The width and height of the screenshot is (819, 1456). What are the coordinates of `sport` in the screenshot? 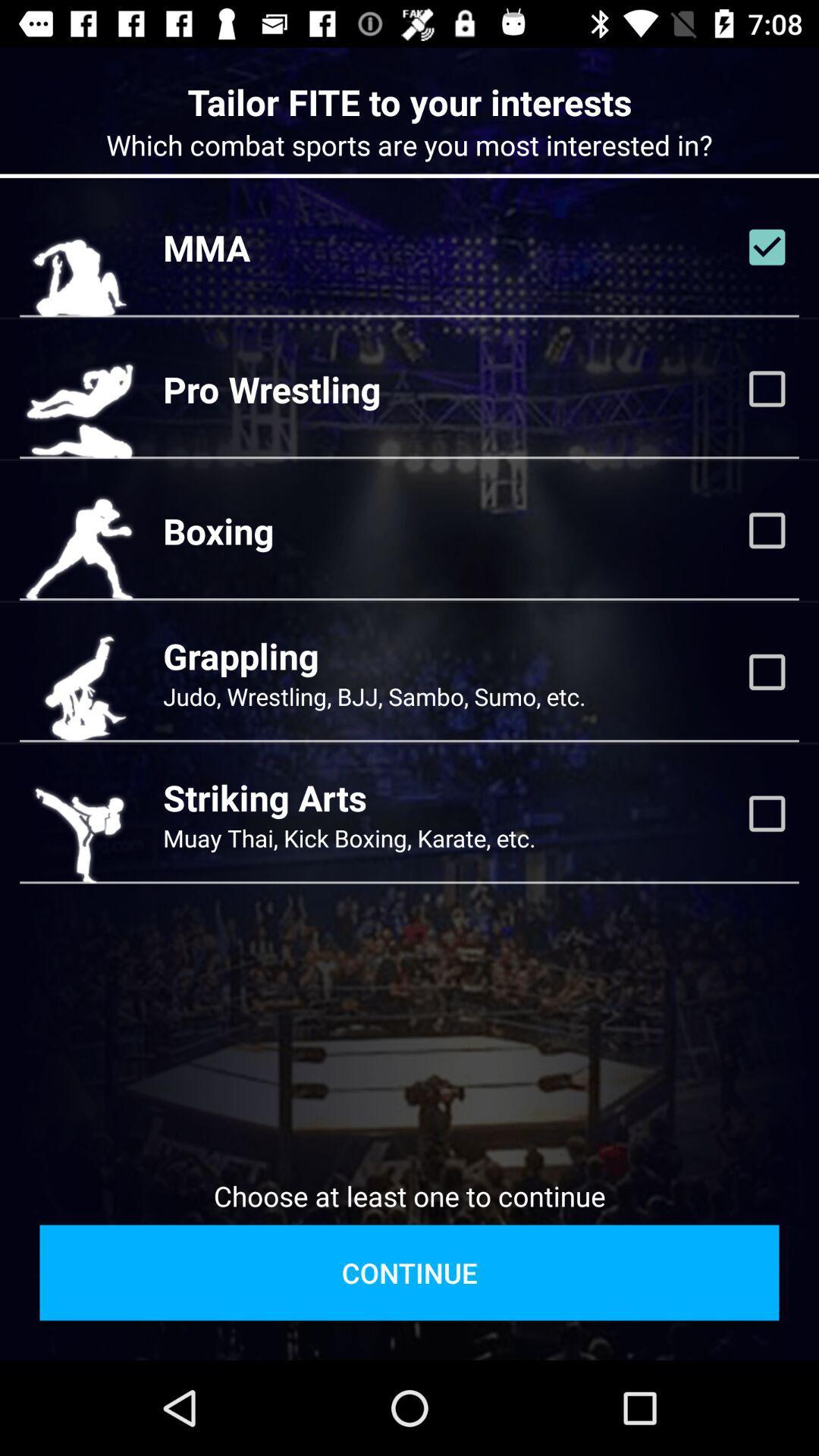 It's located at (767, 247).